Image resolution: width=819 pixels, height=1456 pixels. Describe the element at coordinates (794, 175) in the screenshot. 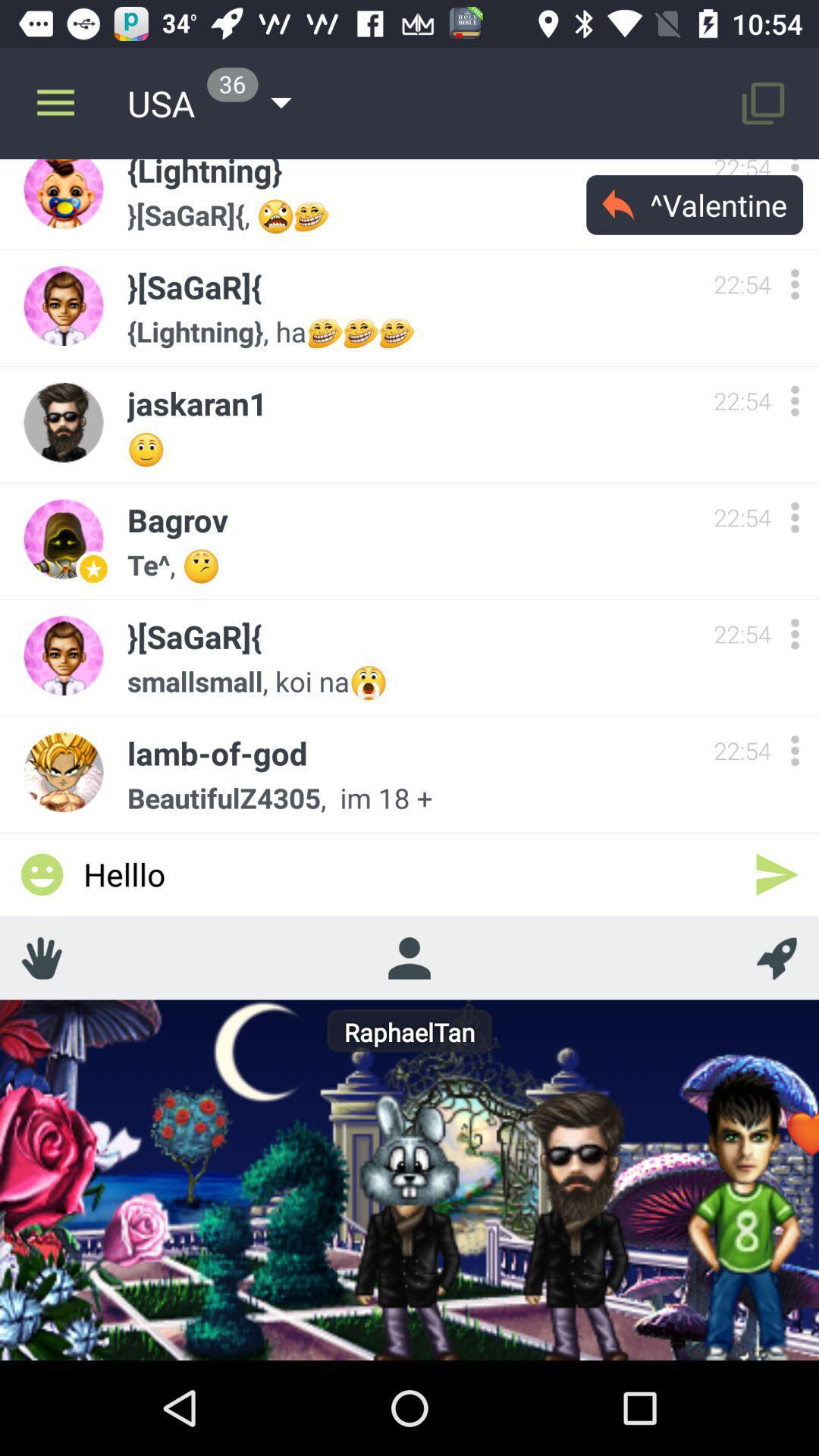

I see `open option menu` at that location.